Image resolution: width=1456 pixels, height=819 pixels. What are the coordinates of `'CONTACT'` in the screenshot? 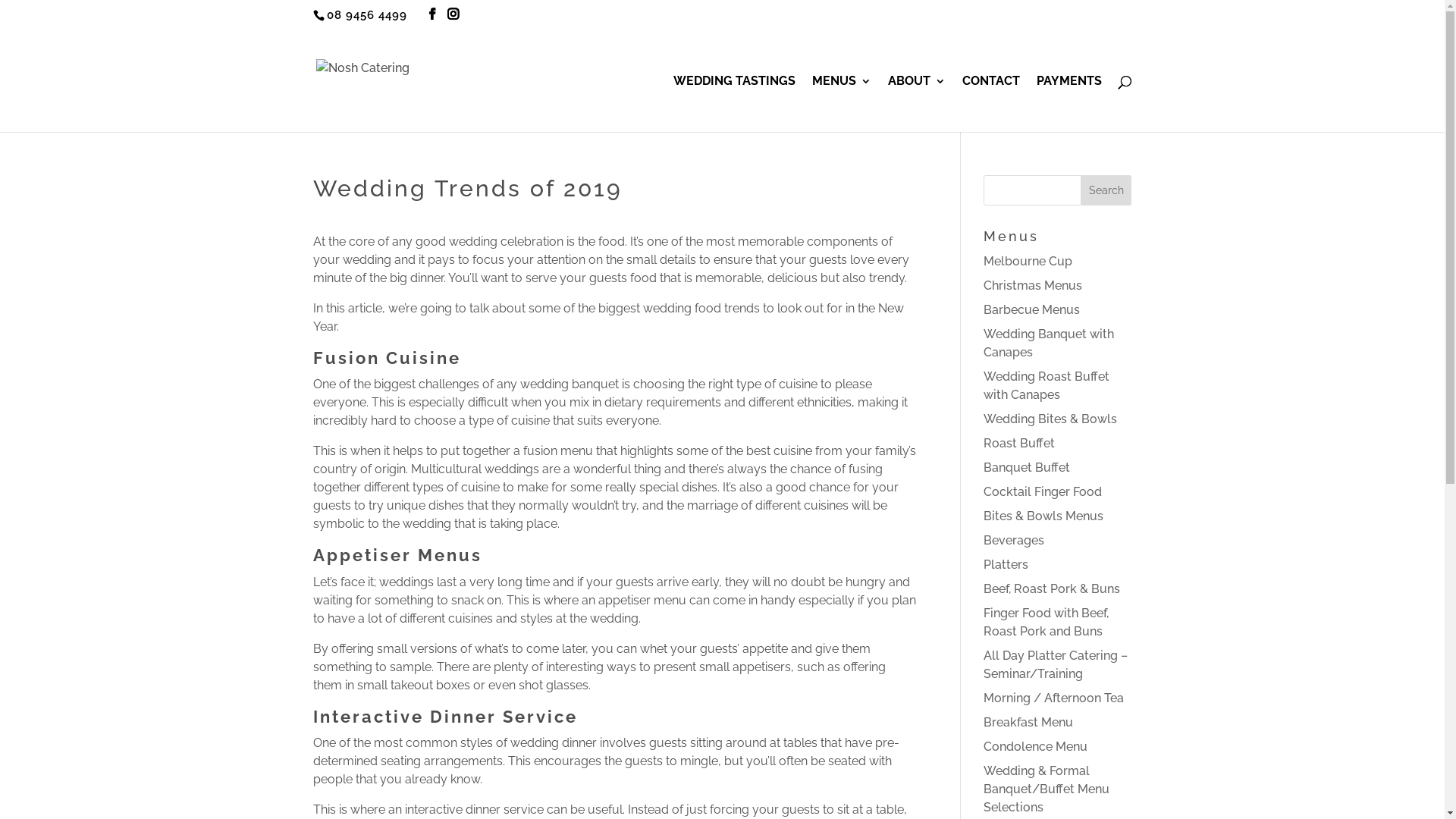 It's located at (990, 103).